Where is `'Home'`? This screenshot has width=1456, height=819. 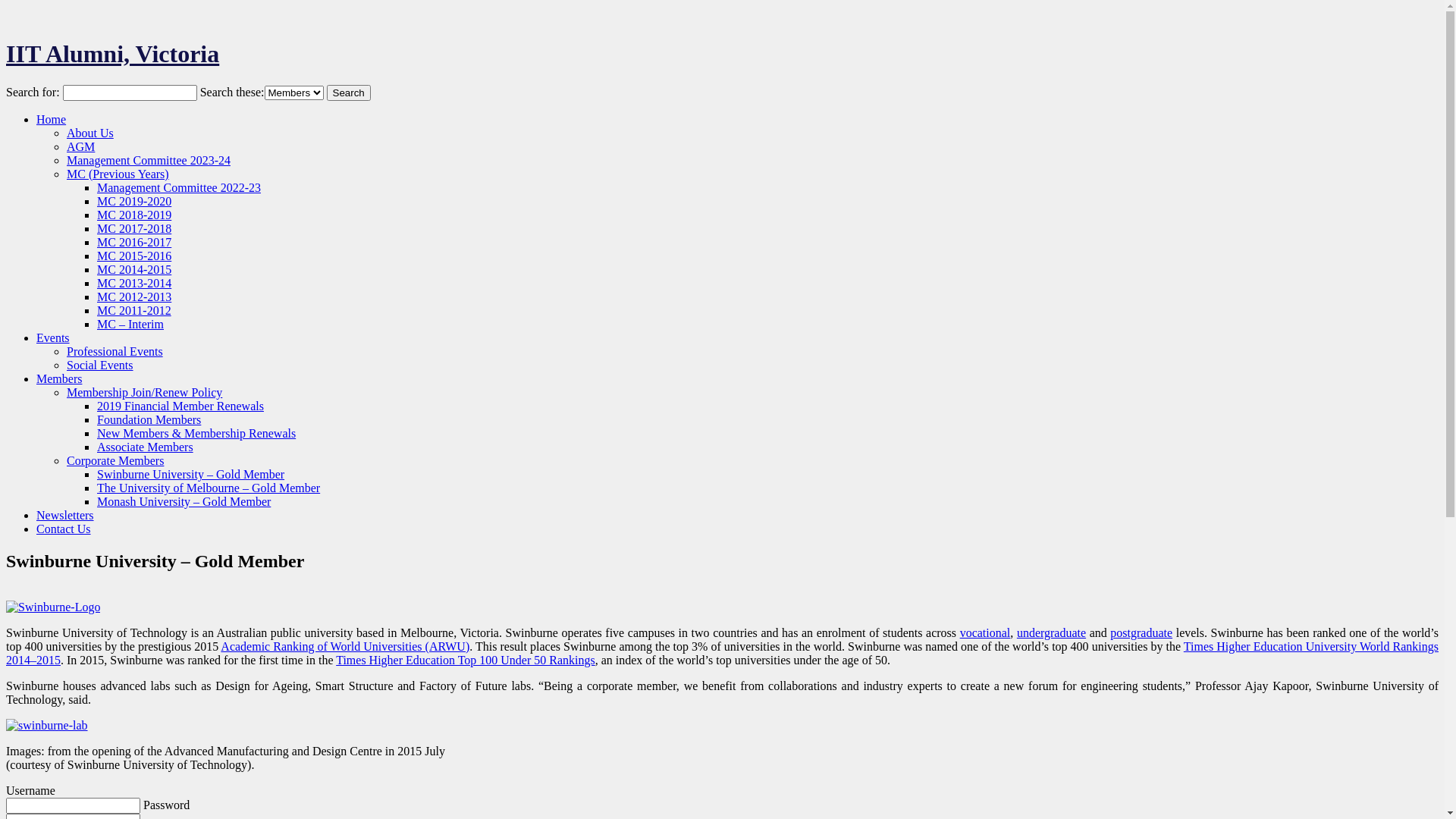
'Home' is located at coordinates (51, 118).